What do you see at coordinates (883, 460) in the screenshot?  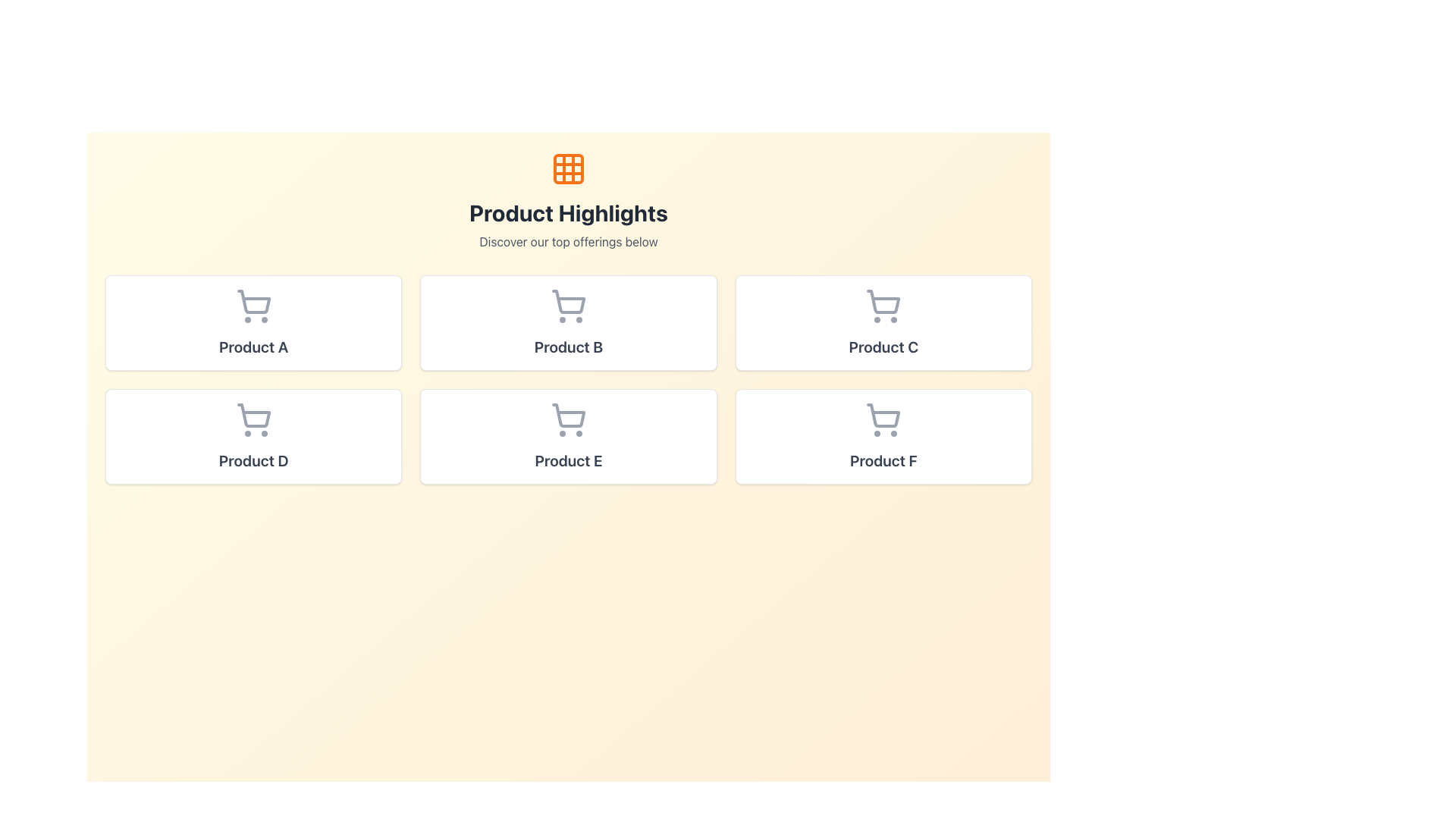 I see `the static text label that describes 'Product F'` at bounding box center [883, 460].